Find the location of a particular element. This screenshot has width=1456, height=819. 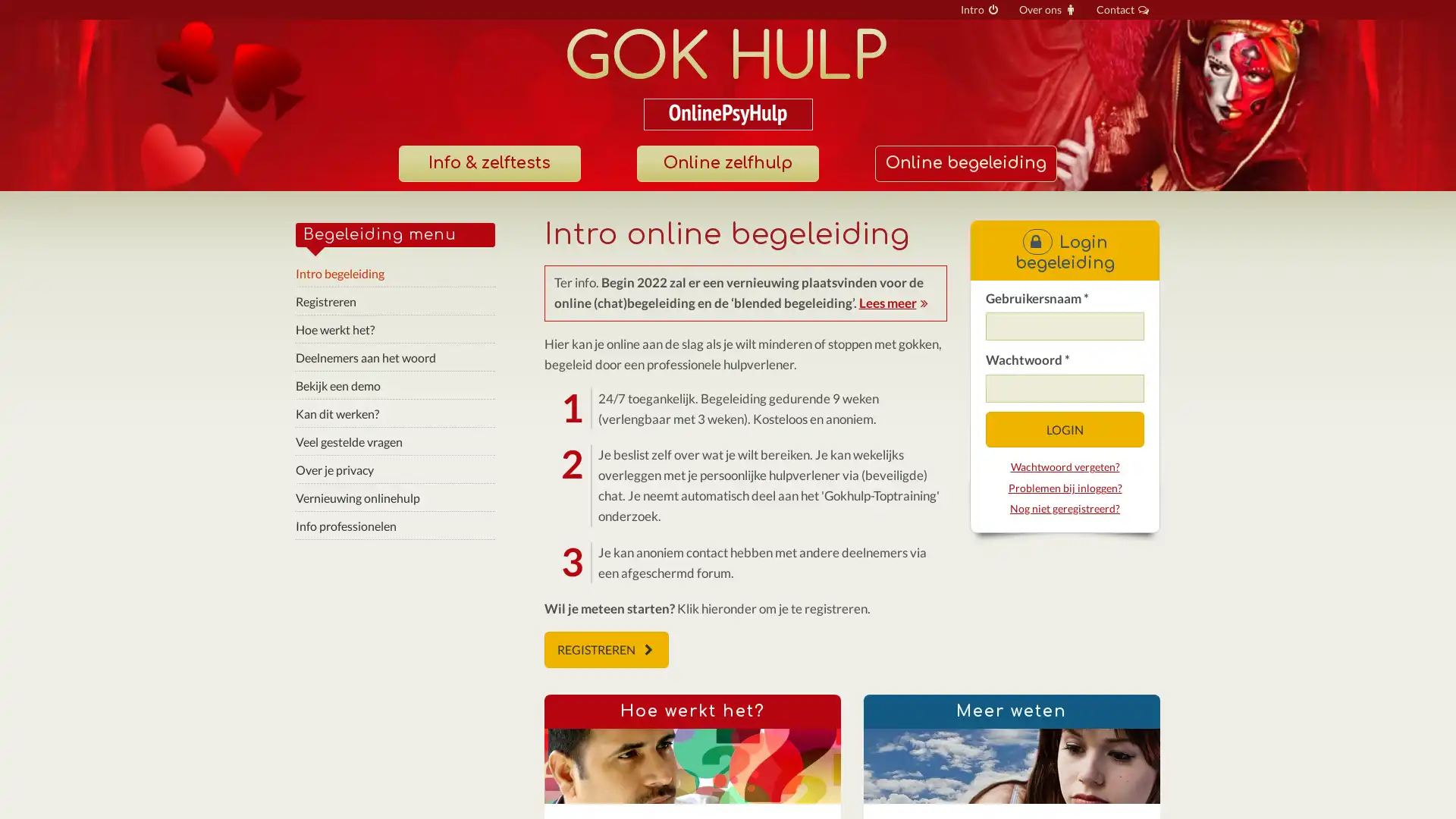

Online zelfhulp is located at coordinates (726, 163).